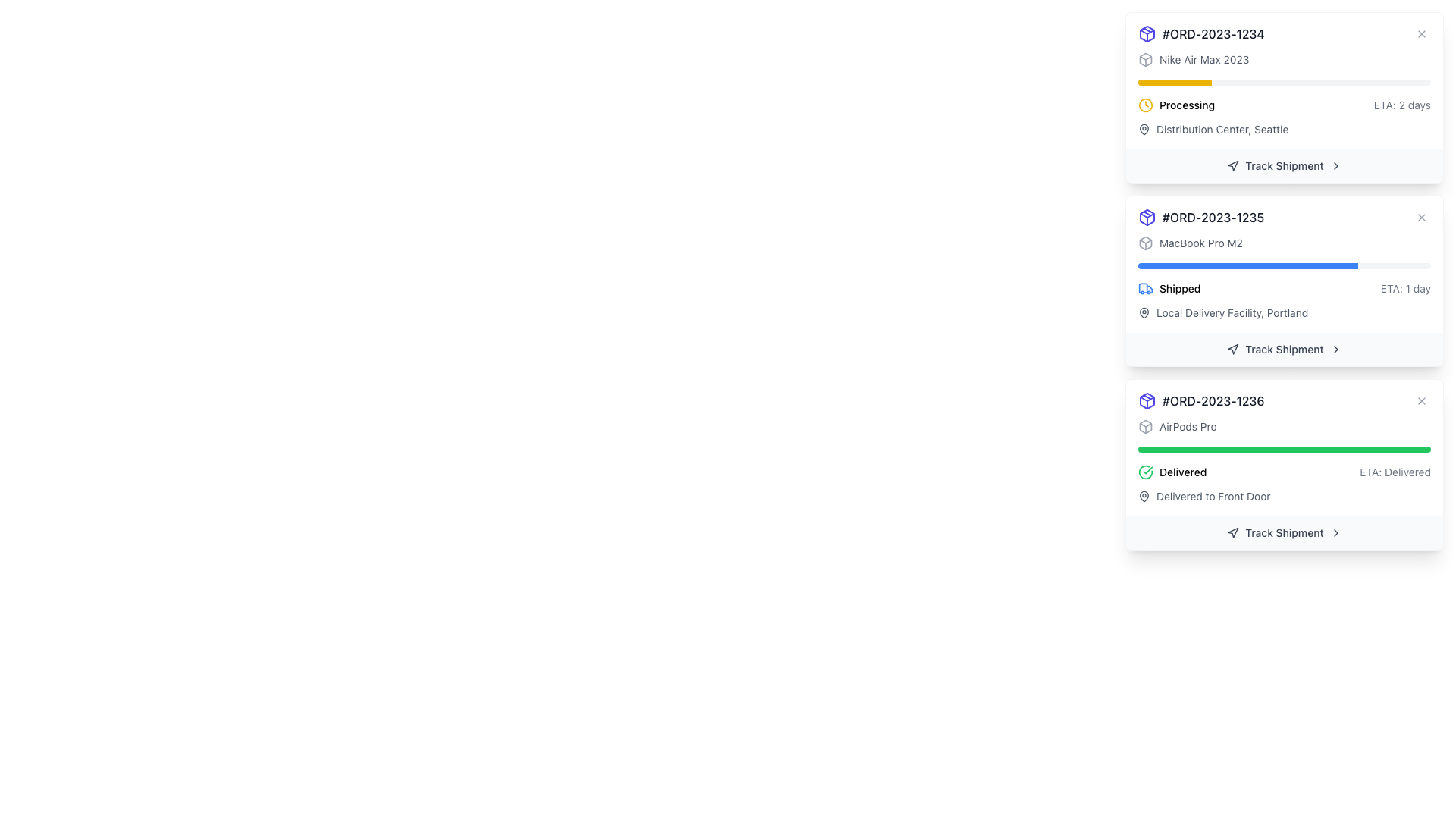 The width and height of the screenshot is (1456, 819). Describe the element at coordinates (1233, 166) in the screenshot. I see `properties of the navigation icon located within the 'Track Shipment' button, which is positioned to the left of the chevron right icon and to the right of the corresponding text` at that location.